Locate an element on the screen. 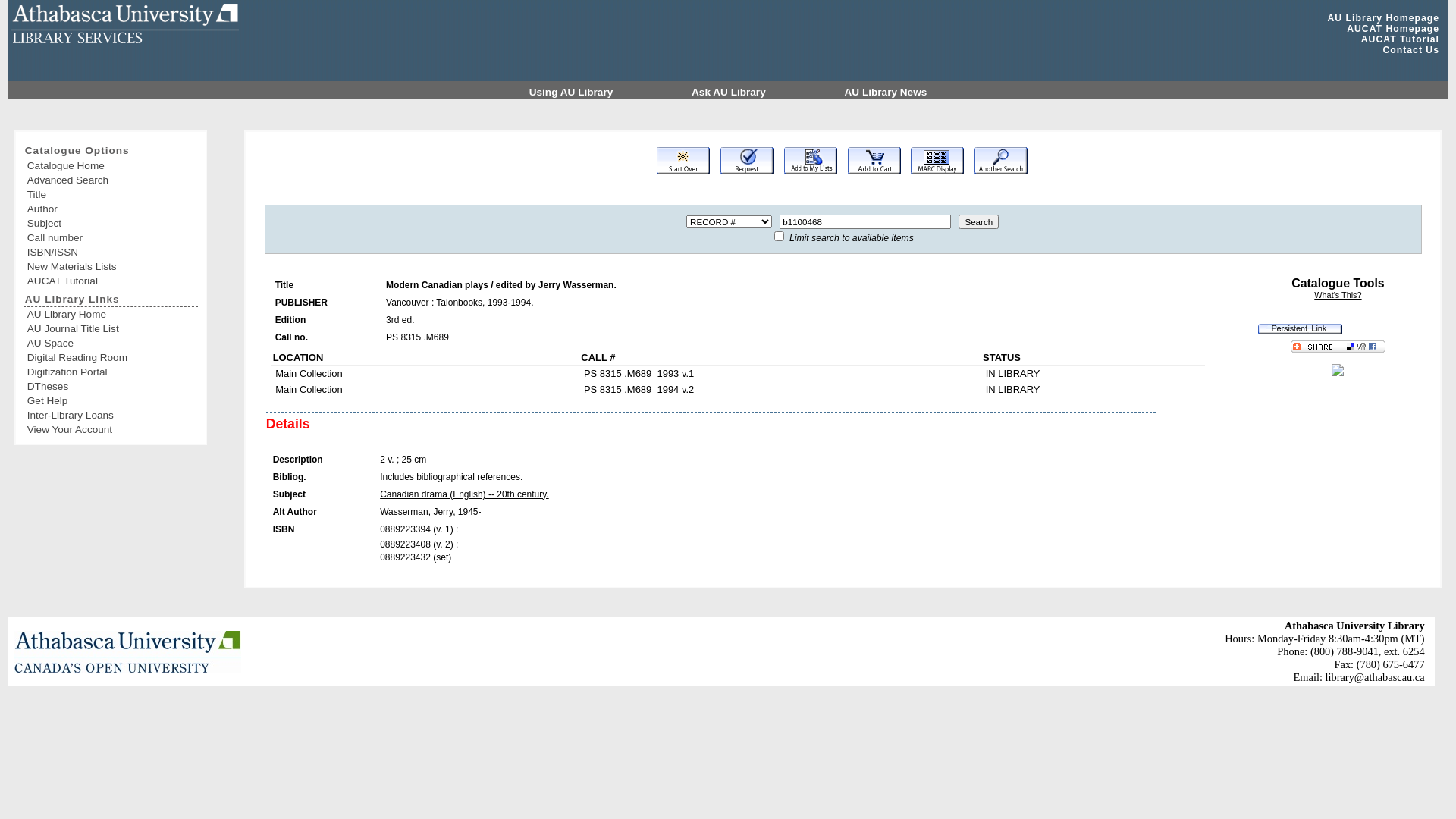 This screenshot has width=1456, height=819. 'New Materials Lists' is located at coordinates (27, 265).